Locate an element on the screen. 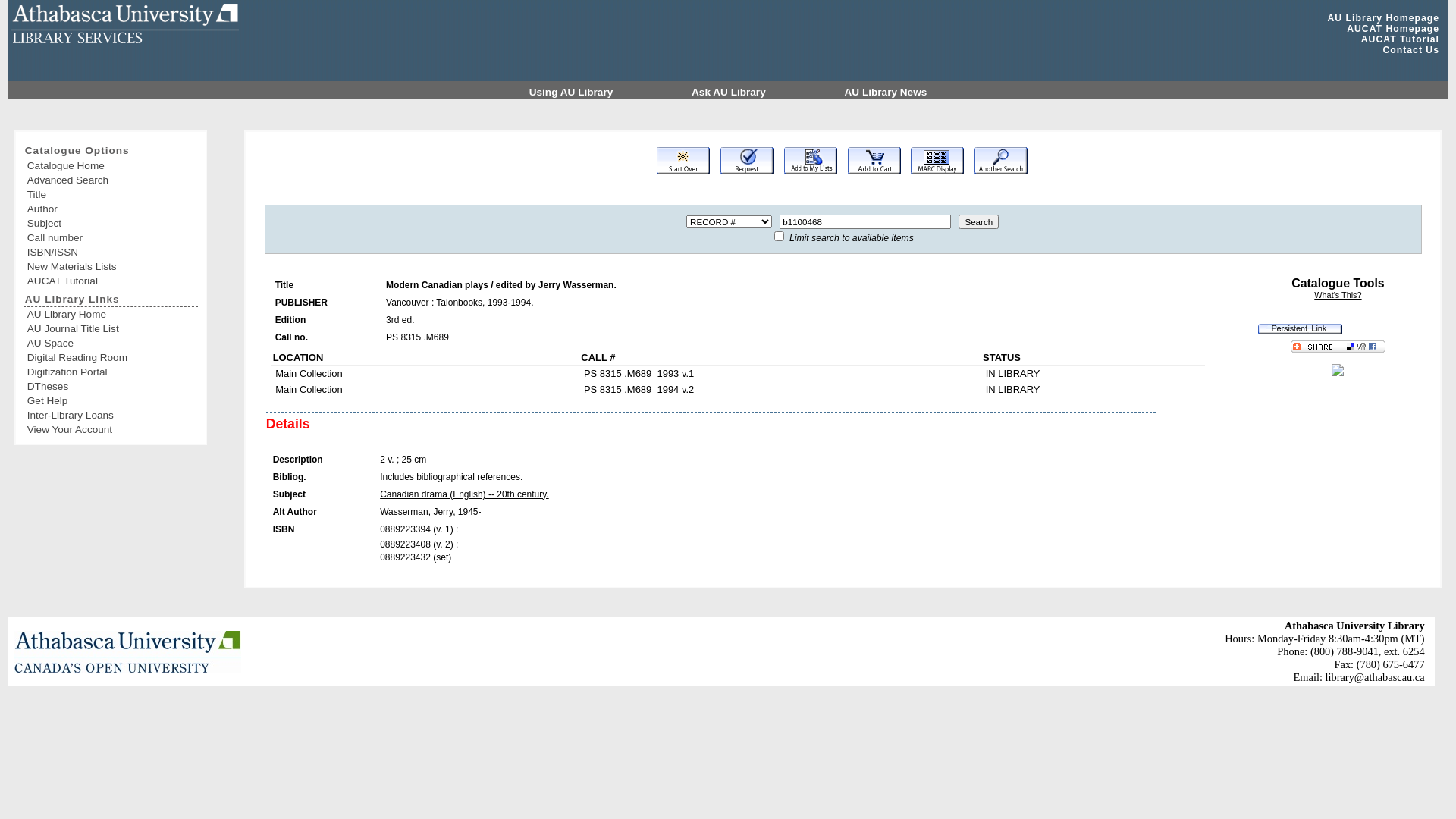 This screenshot has width=1456, height=819. 'New Materials Lists' is located at coordinates (27, 265).